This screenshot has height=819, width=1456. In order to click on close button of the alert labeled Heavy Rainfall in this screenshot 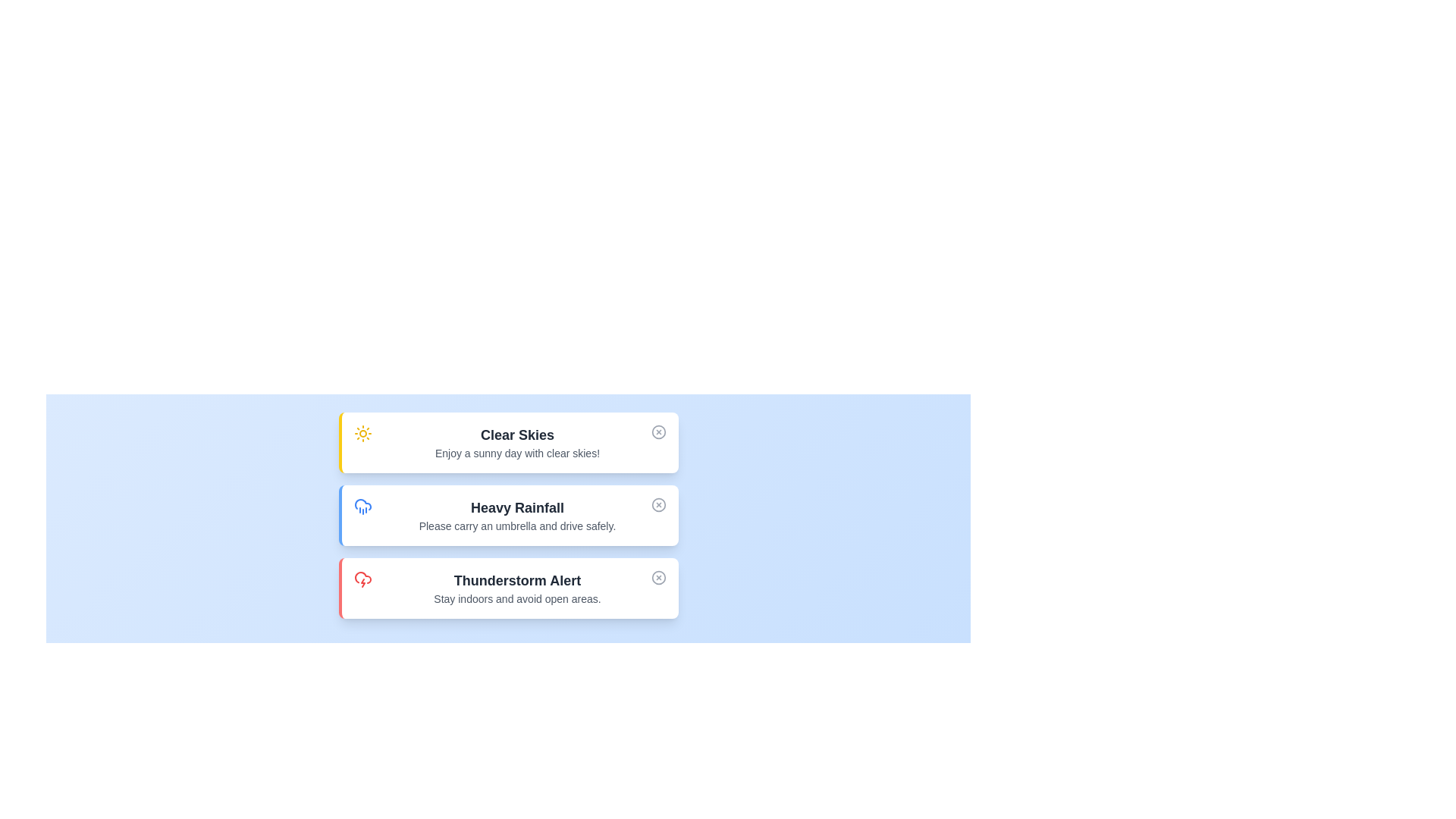, I will do `click(658, 505)`.